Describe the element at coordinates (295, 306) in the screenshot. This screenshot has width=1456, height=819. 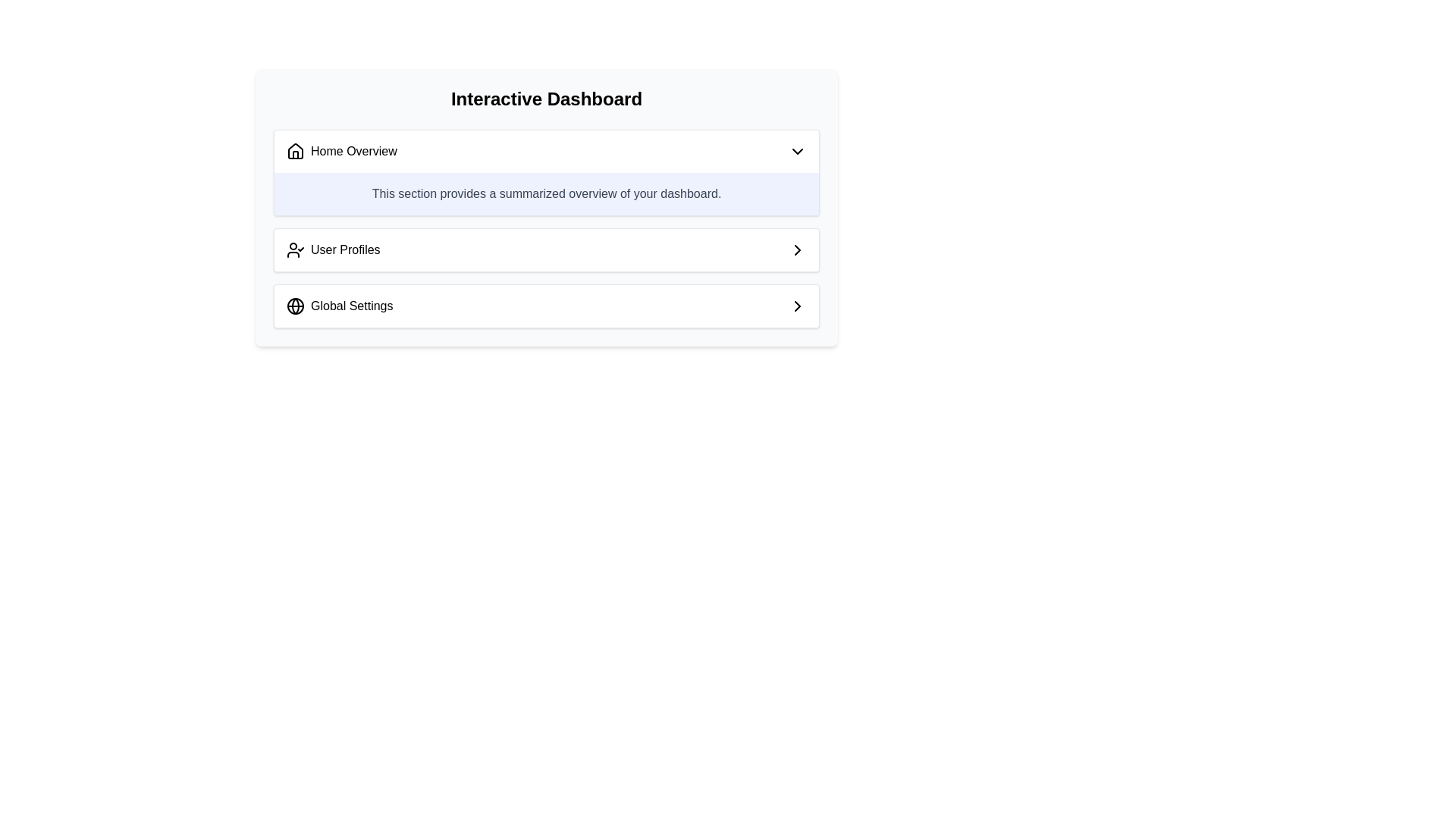
I see `the circular SVG graphic element representing a globe icon located in the 'Global Settings' section at the bottom of the interface` at that location.